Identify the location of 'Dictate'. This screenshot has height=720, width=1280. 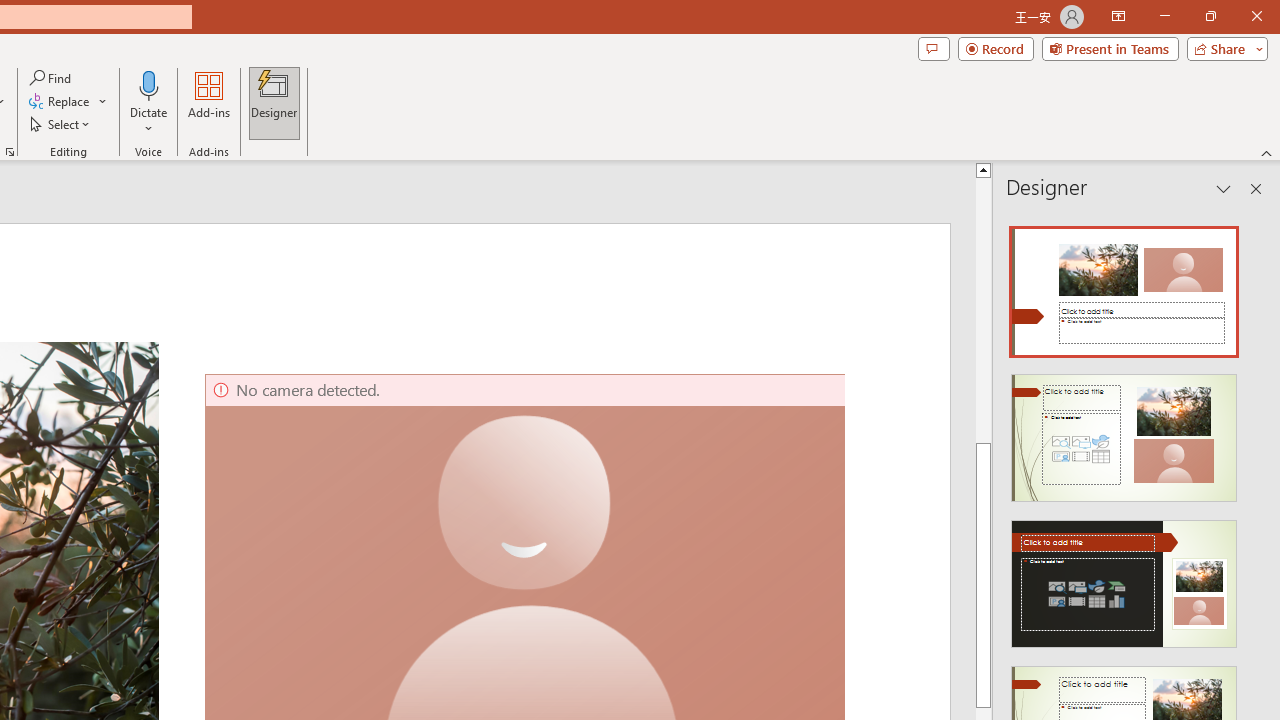
(148, 103).